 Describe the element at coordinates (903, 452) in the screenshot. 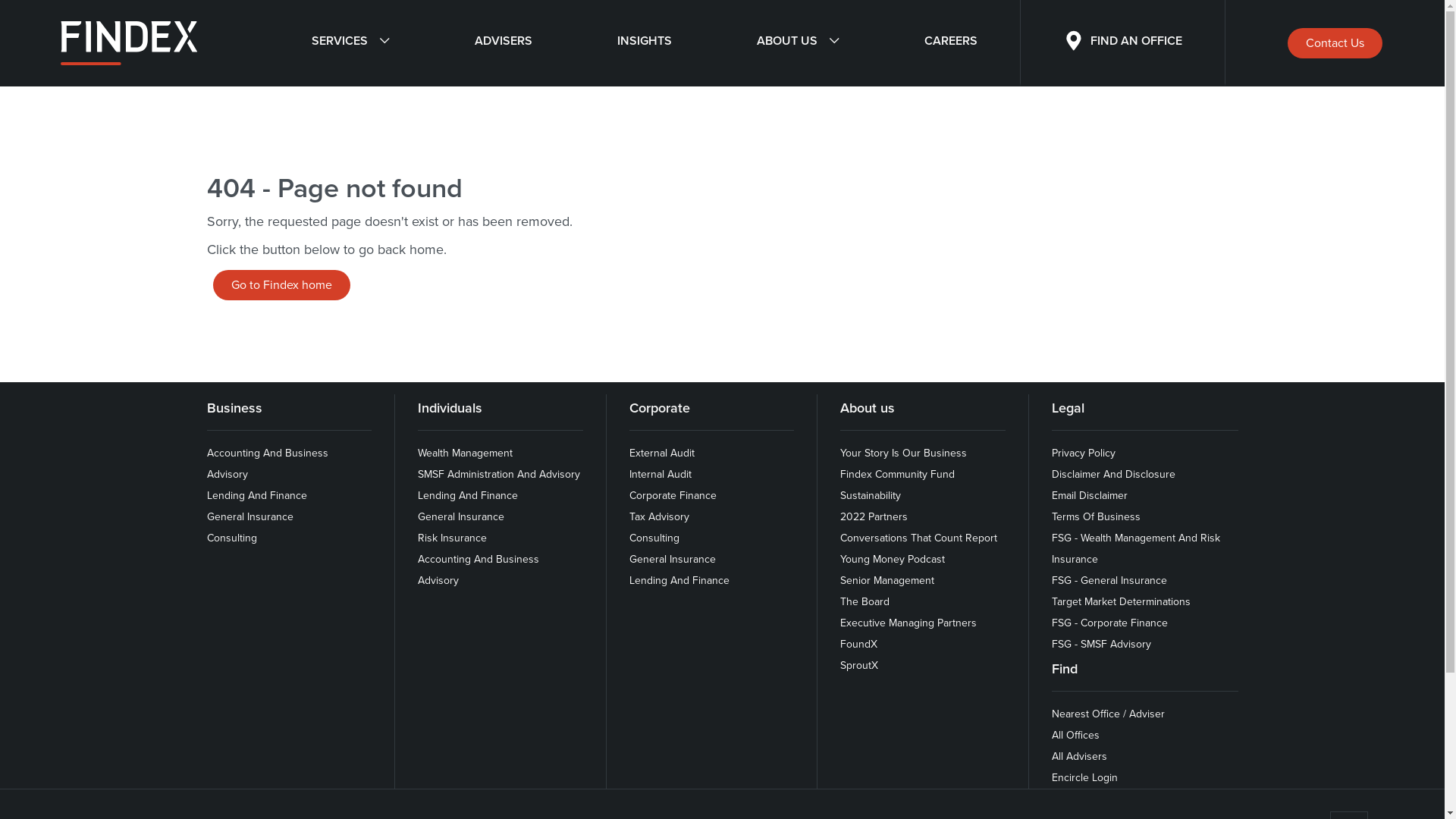

I see `'Your Story Is Our Business'` at that location.